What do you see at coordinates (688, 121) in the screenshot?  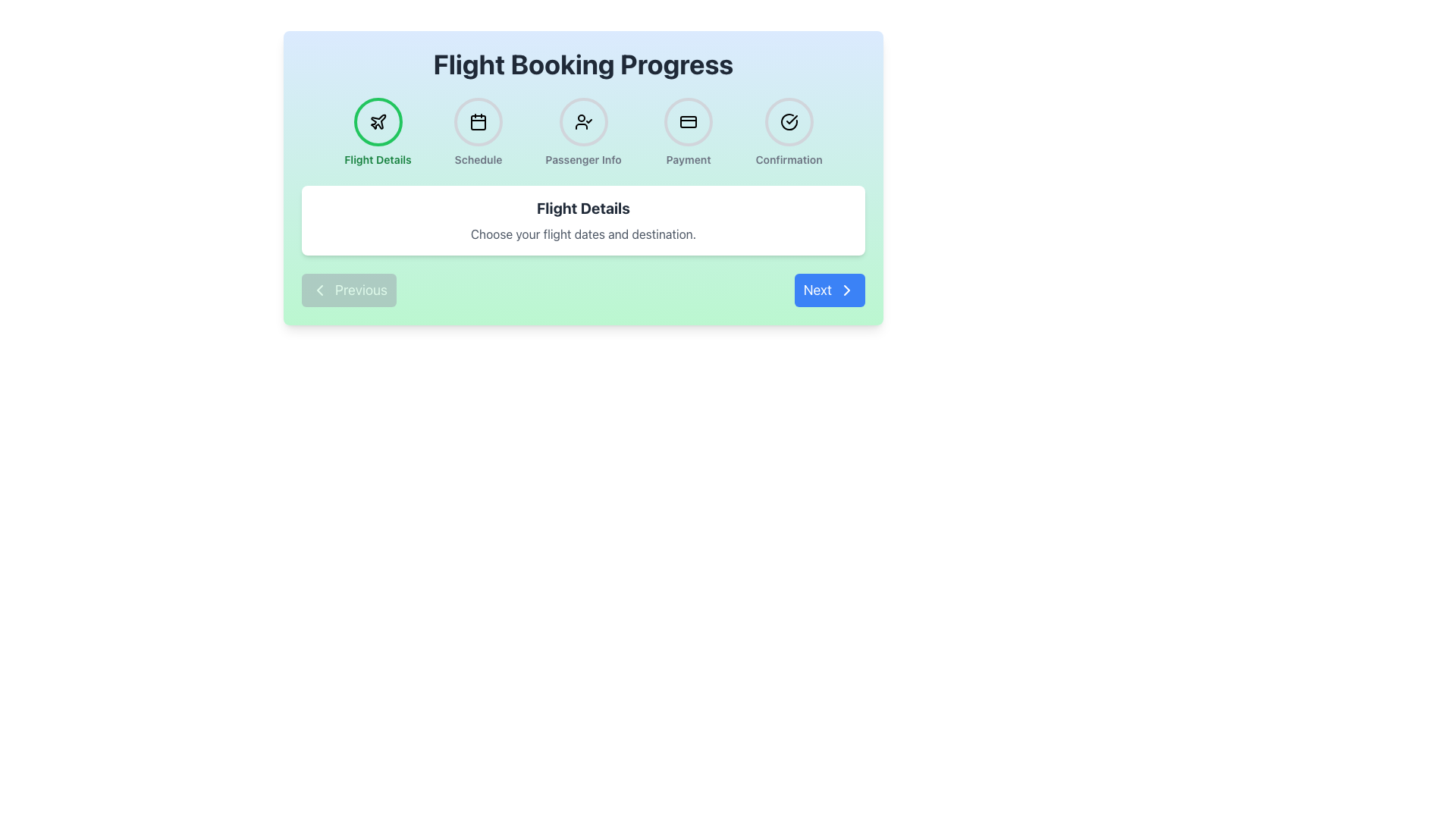 I see `the 'Payment' circular button icon in the navigation bar` at bounding box center [688, 121].